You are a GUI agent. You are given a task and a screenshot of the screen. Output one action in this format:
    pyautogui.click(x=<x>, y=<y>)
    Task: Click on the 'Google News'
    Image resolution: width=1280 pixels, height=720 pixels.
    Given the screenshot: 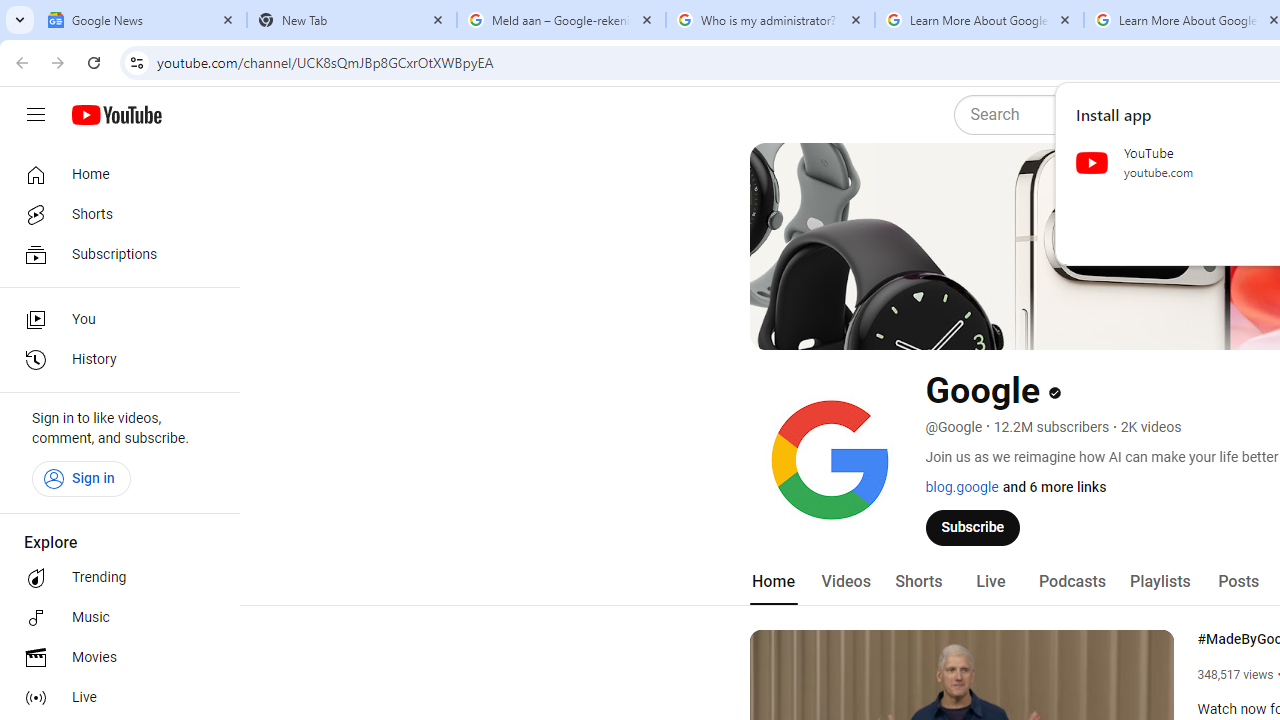 What is the action you would take?
    pyautogui.click(x=141, y=20)
    